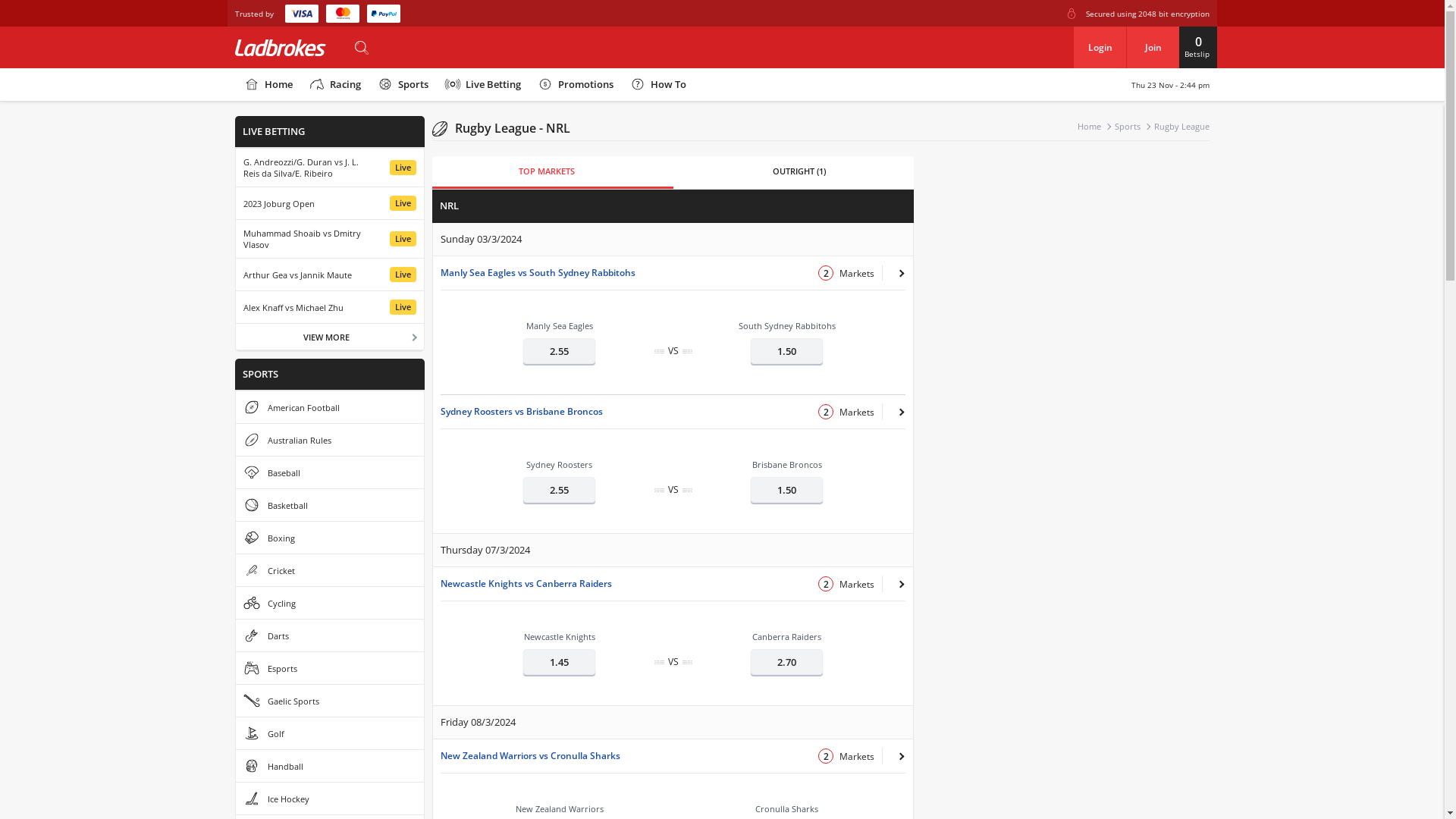  Describe the element at coordinates (329, 239) in the screenshot. I see `'Muhammad Shoaib vs Dmitry Vlasov` at that location.